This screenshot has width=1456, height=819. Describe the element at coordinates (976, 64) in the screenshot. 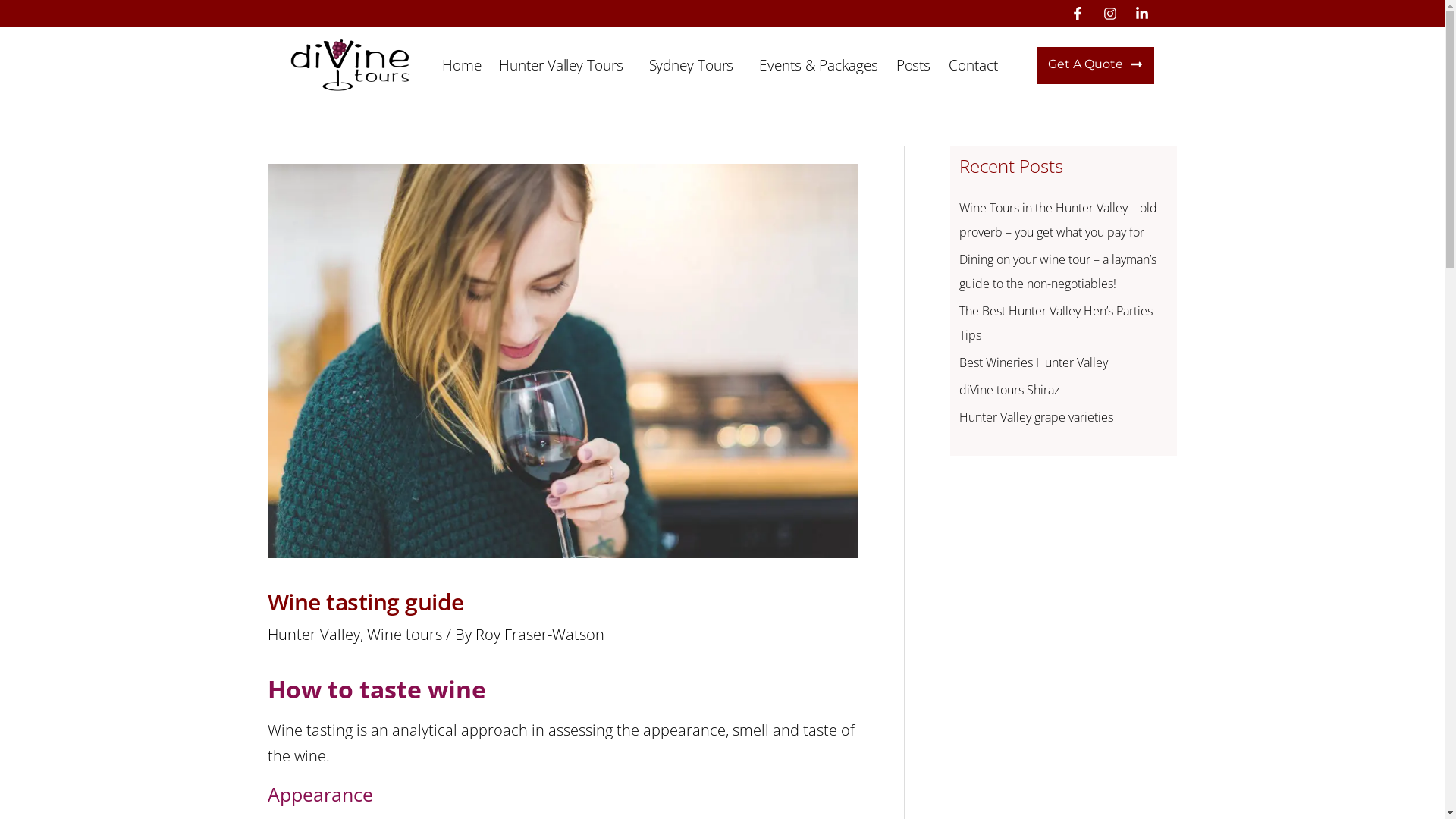

I see `'Contact'` at that location.